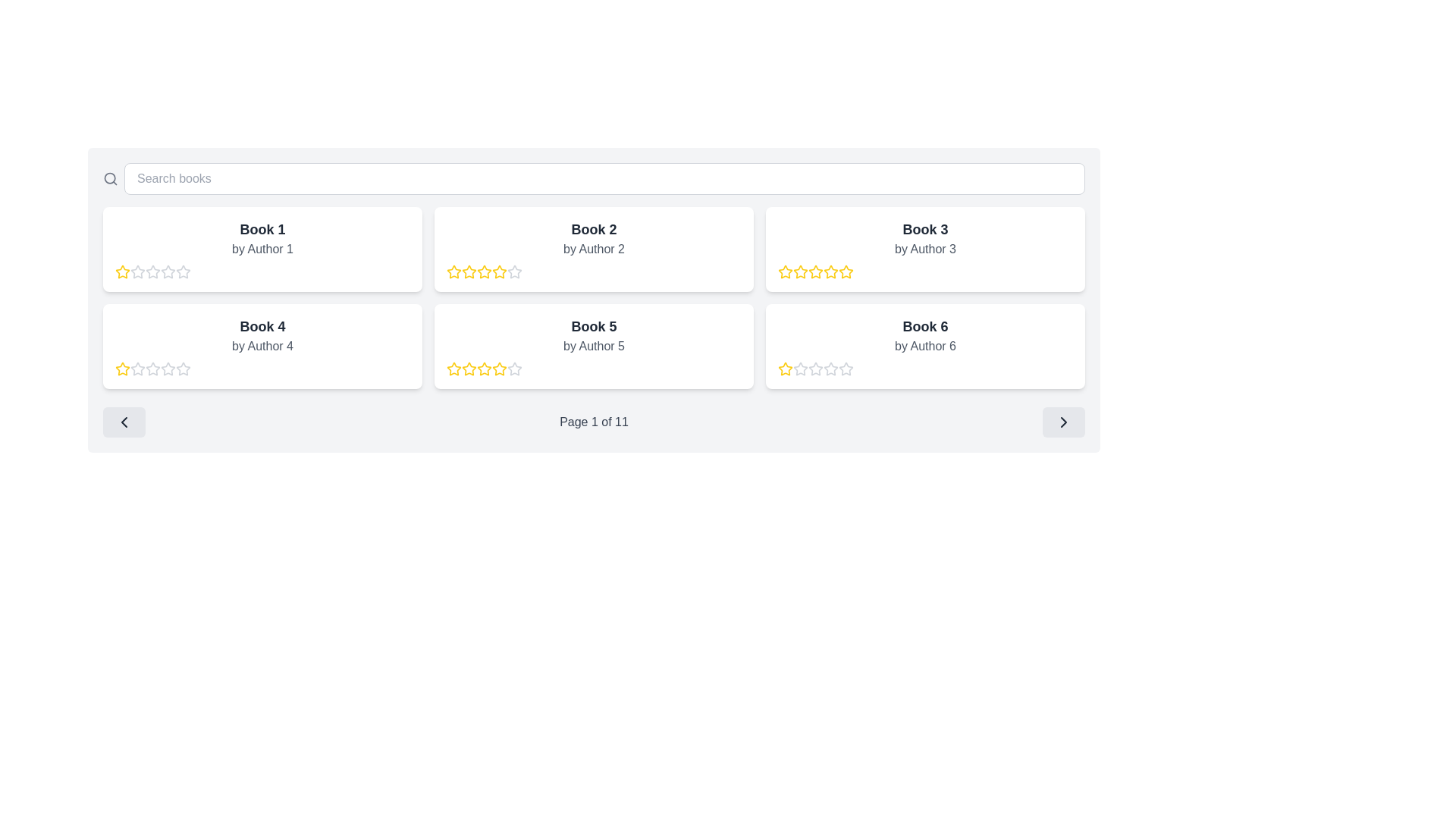  I want to click on Text Label element that displays 'Book 5', which is prominently styled in bold, black text and is located centrally in the second row of the grid layout, so click(593, 326).